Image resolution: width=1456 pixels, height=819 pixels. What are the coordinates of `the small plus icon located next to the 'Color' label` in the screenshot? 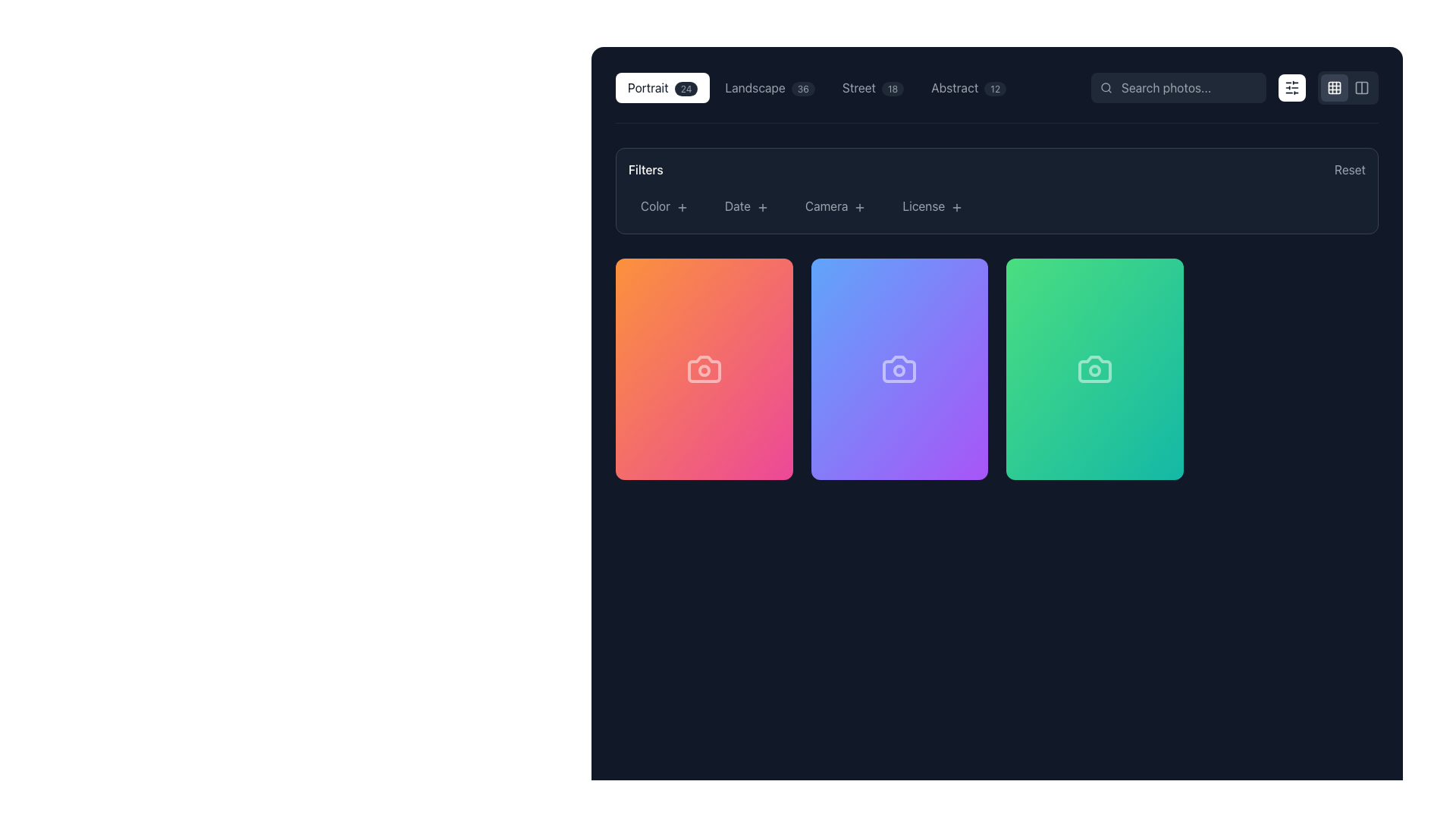 It's located at (681, 207).